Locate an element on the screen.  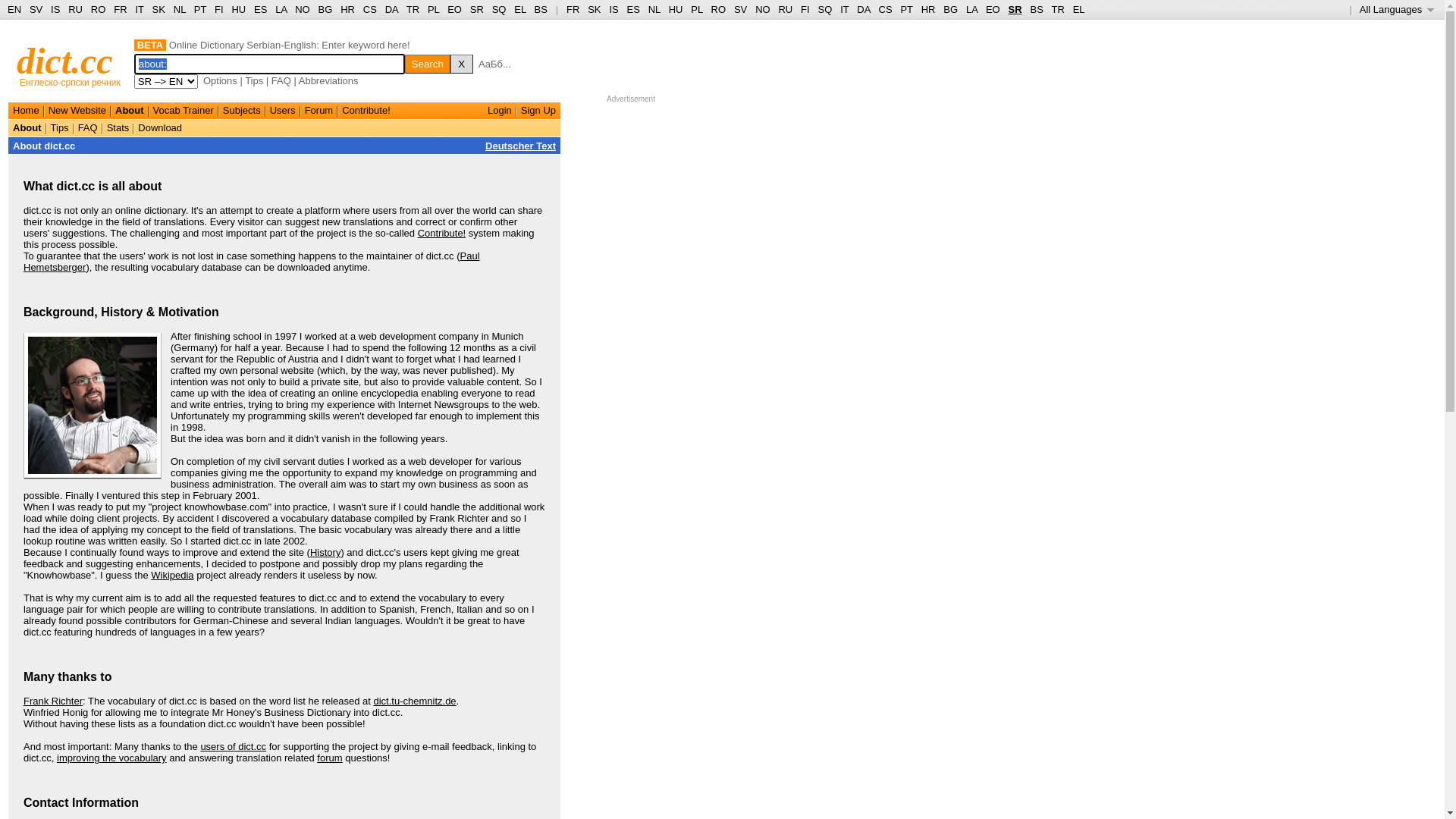
'FR' is located at coordinates (566, 9).